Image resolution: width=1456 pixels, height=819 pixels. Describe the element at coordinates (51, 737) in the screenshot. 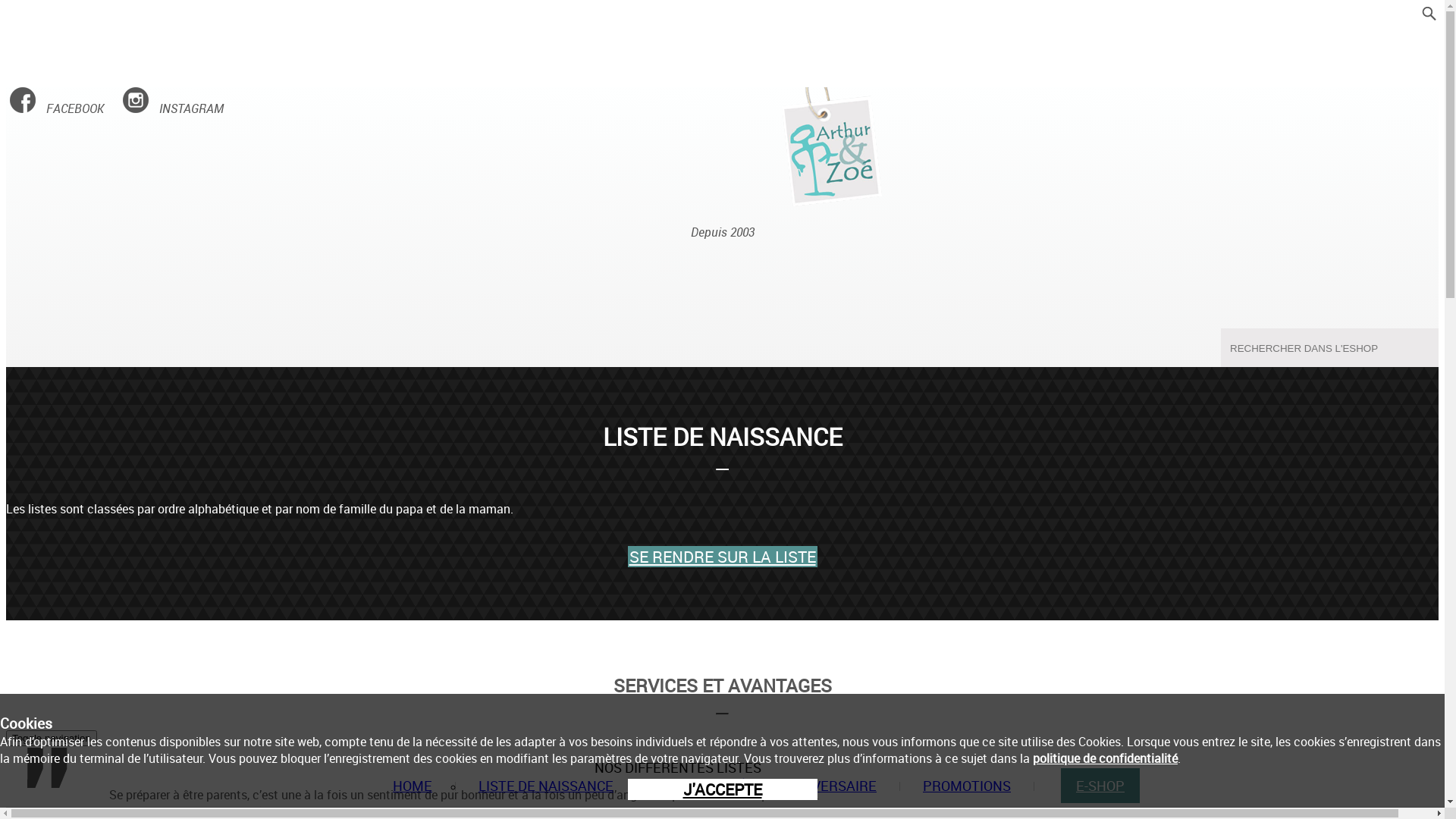

I see `'Toggle navigation'` at that location.